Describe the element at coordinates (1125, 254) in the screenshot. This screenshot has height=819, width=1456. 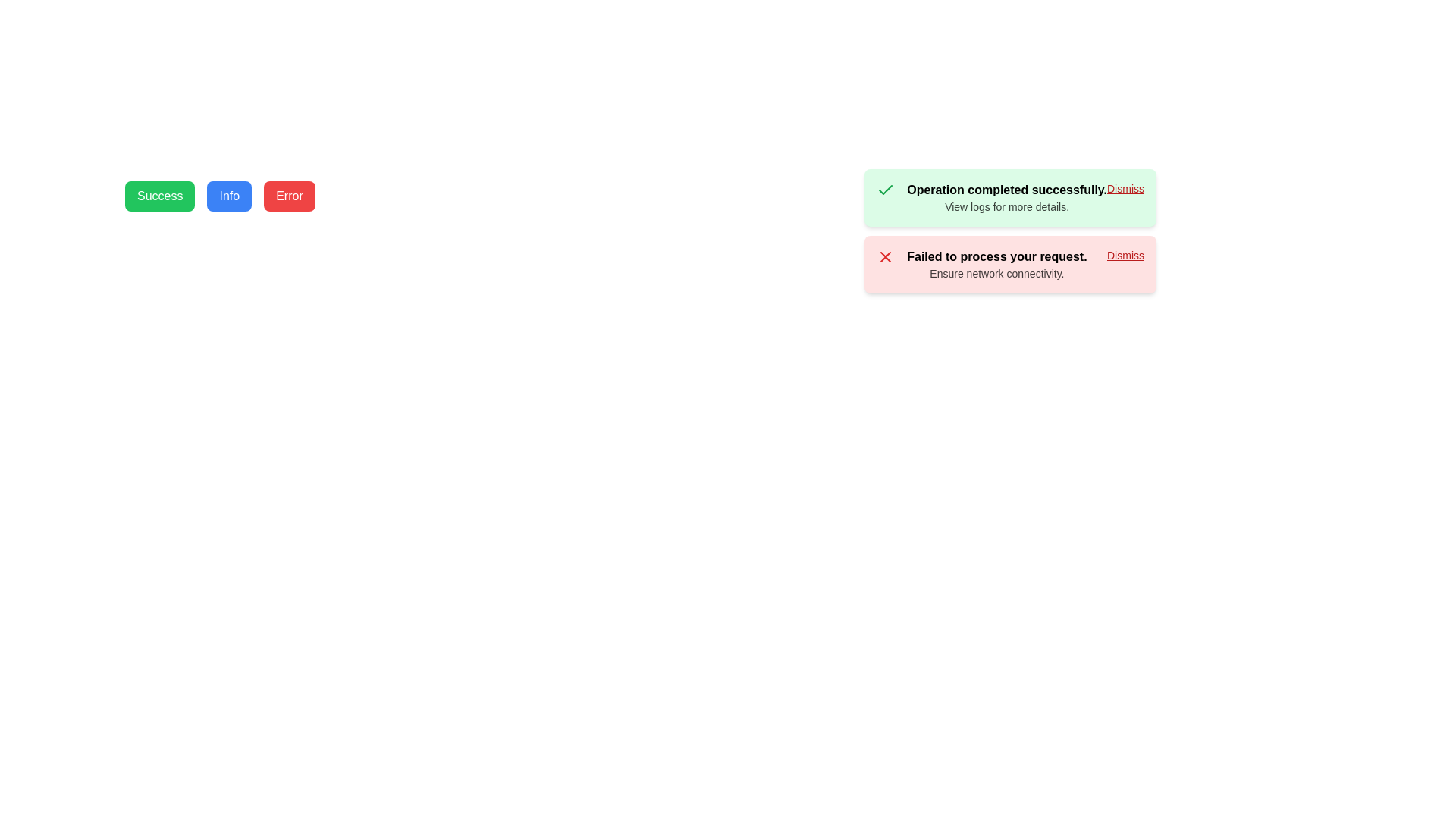
I see `the 'Dismiss' text link, which is styled with an underline and red text, located at the right end of the message box` at that location.